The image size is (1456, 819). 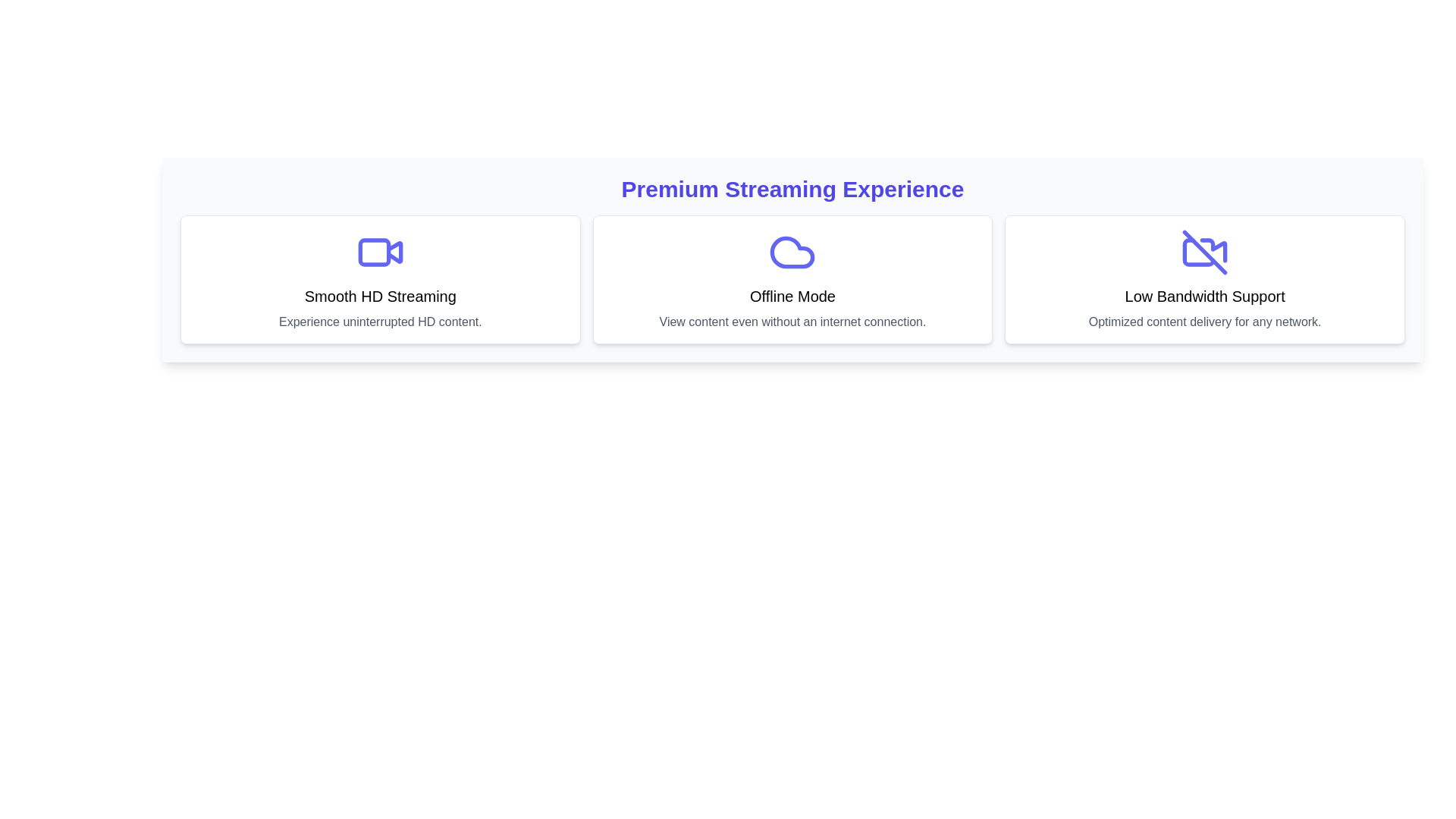 I want to click on the text label reading 'Experience uninterrupted HD content.' which is styled in gray and positioned below the title 'Smooth HD Streaming' within a white rectangular card, so click(x=380, y=321).